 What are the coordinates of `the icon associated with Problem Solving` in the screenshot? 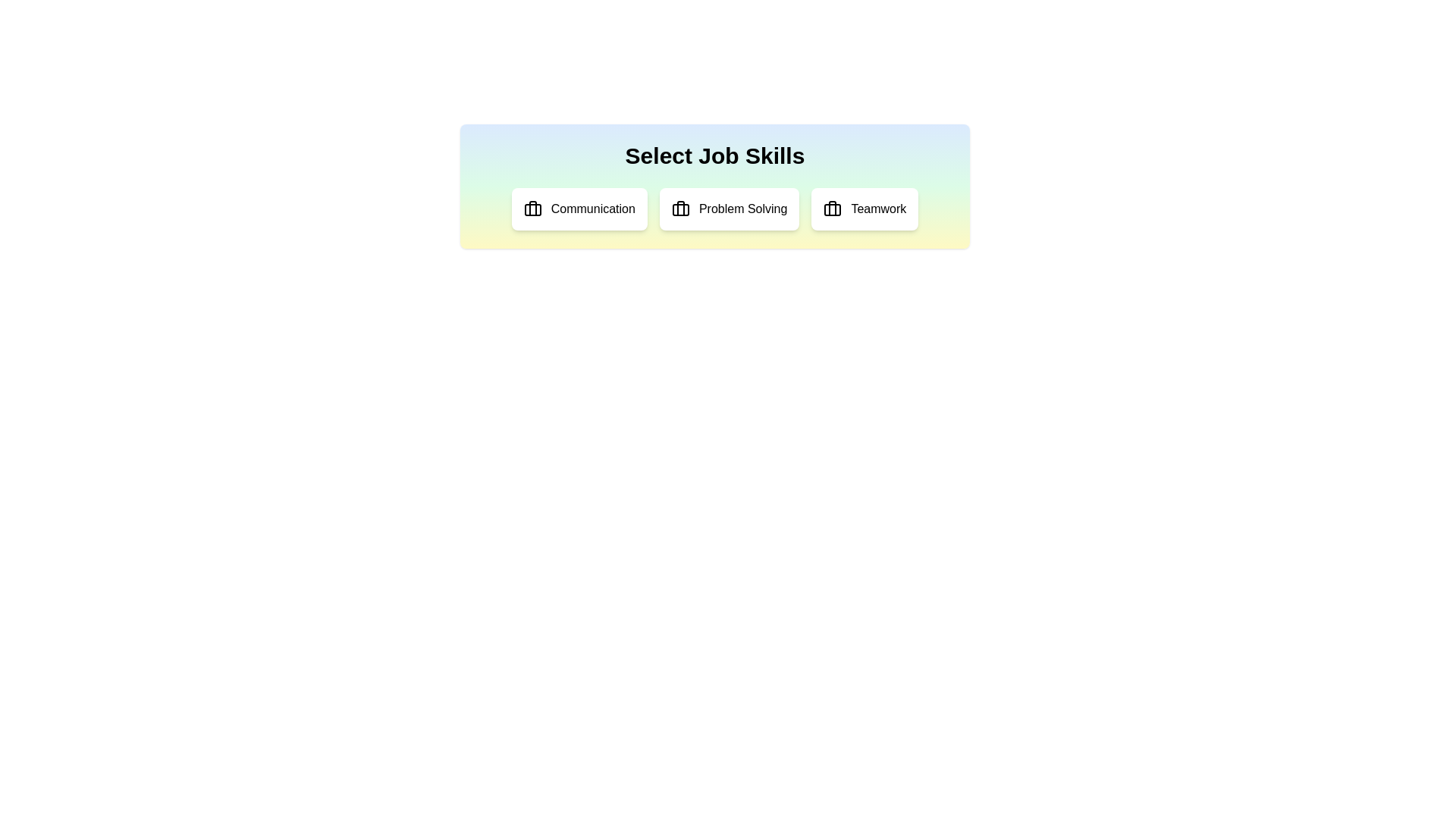 It's located at (679, 209).